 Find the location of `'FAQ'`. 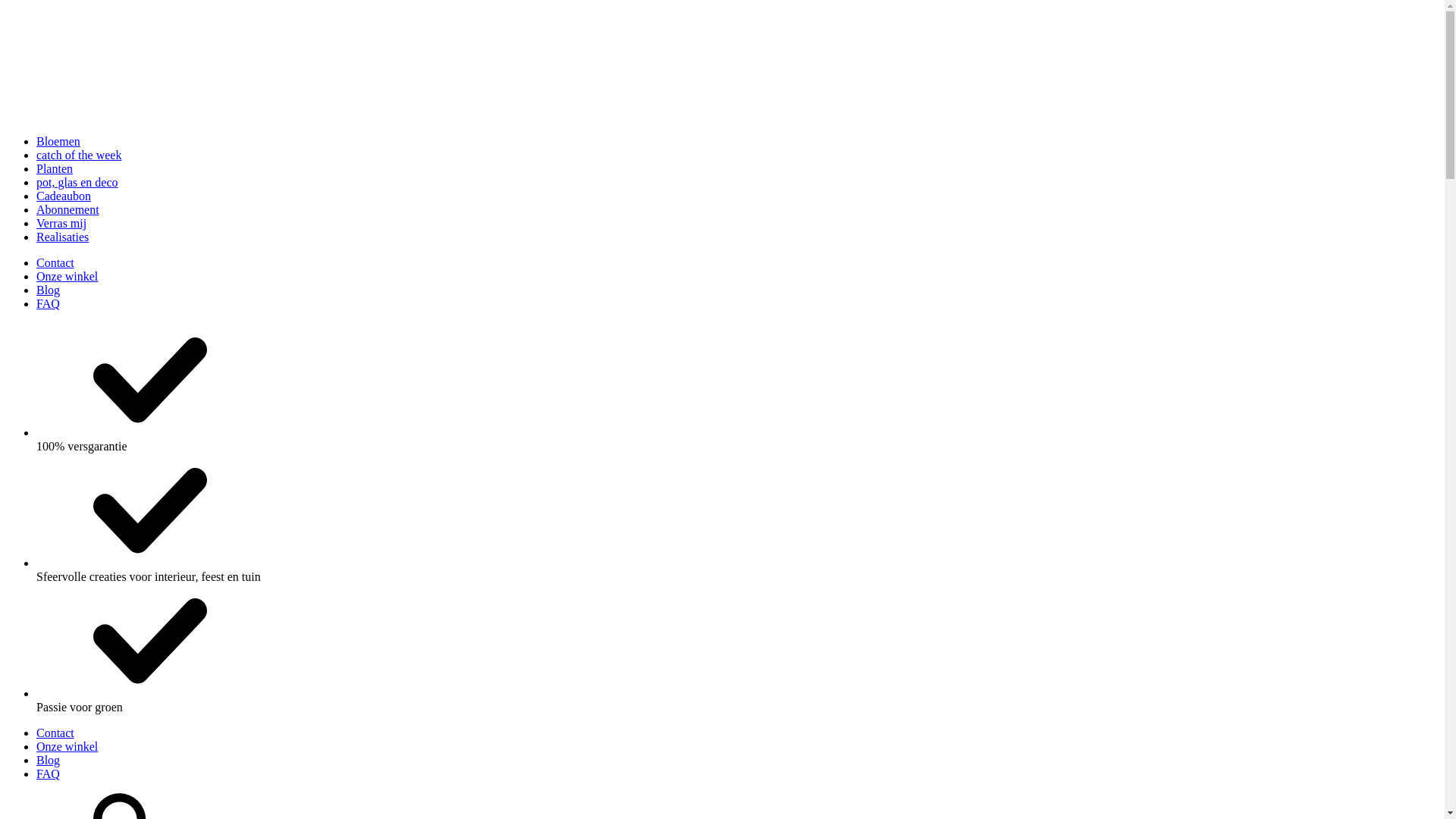

'FAQ' is located at coordinates (48, 303).